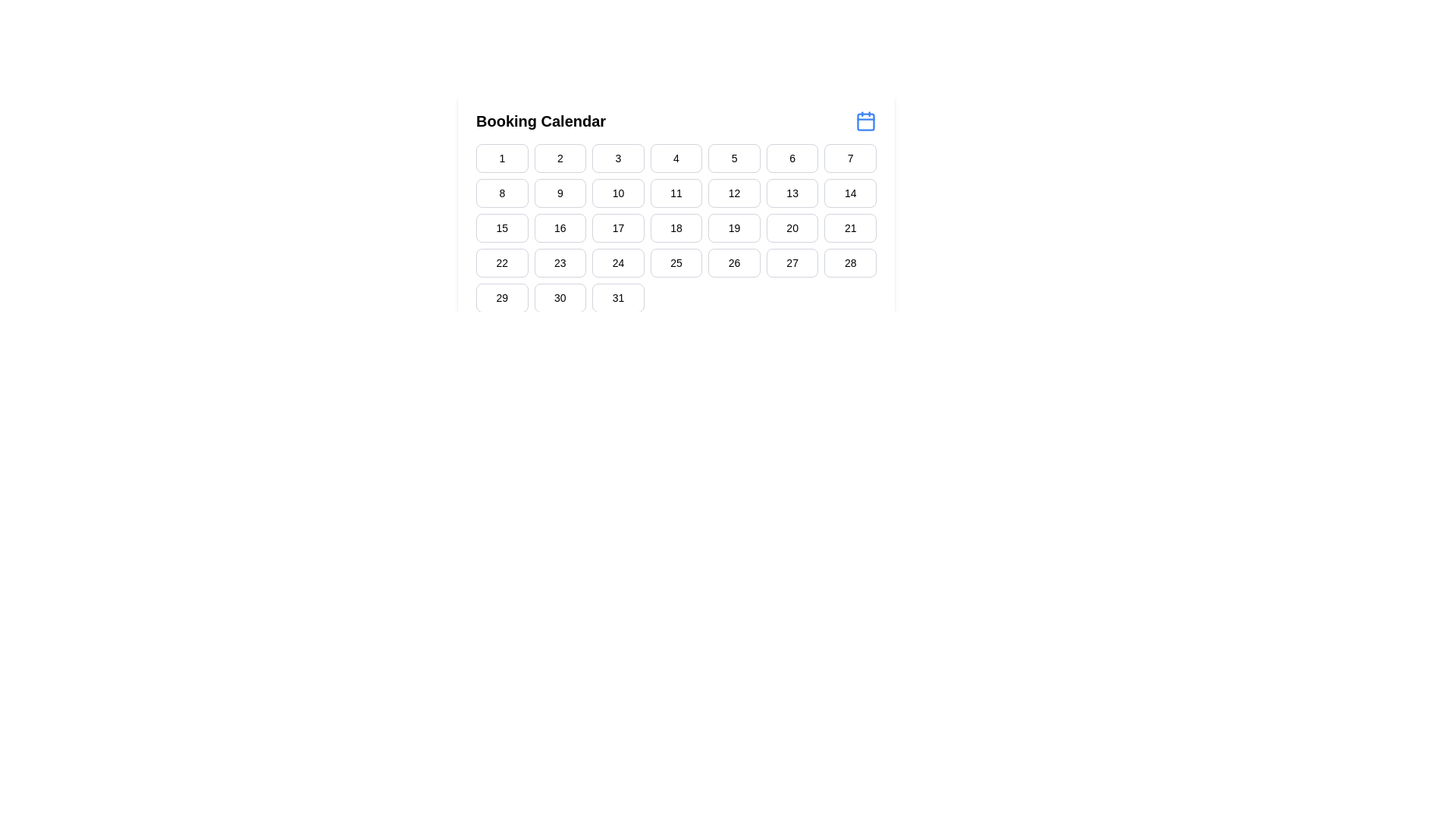  I want to click on the rounded rectangular button labeled '1' located, so click(502, 158).